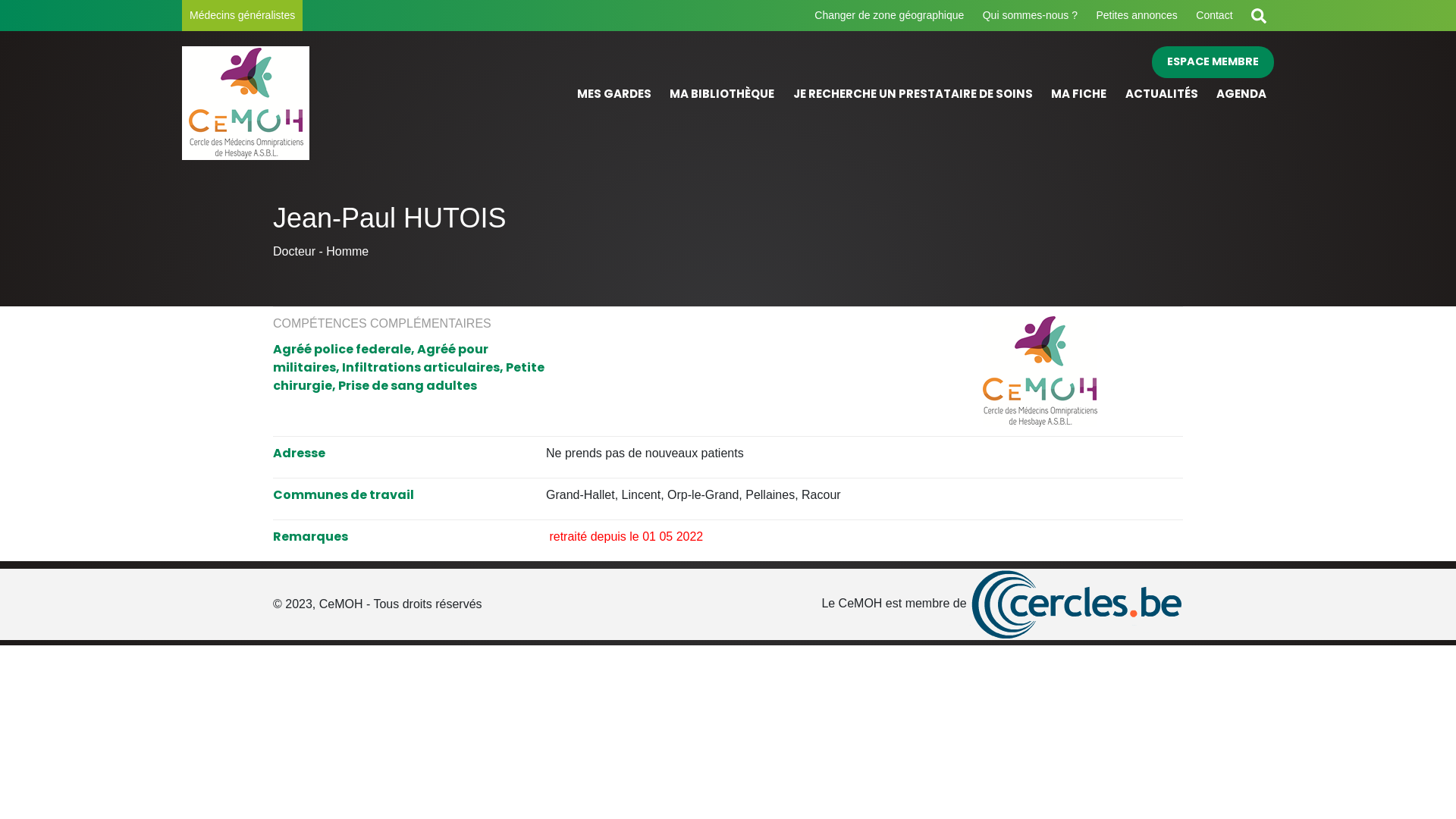  Describe the element at coordinates (614, 94) in the screenshot. I see `'MES GARDES'` at that location.